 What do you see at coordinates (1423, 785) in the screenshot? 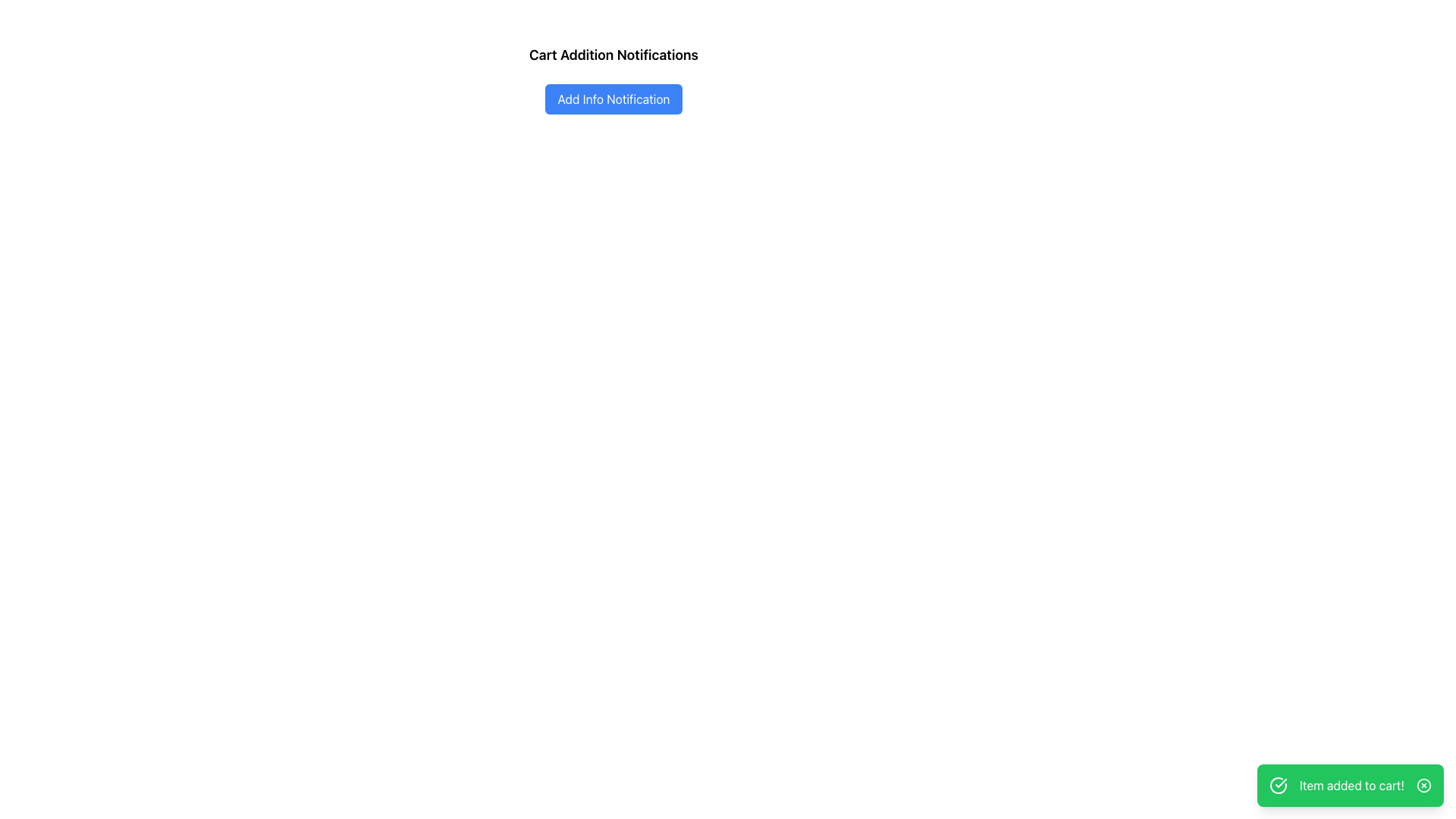
I see `the close button located at the far right end of the green notification banner` at bounding box center [1423, 785].